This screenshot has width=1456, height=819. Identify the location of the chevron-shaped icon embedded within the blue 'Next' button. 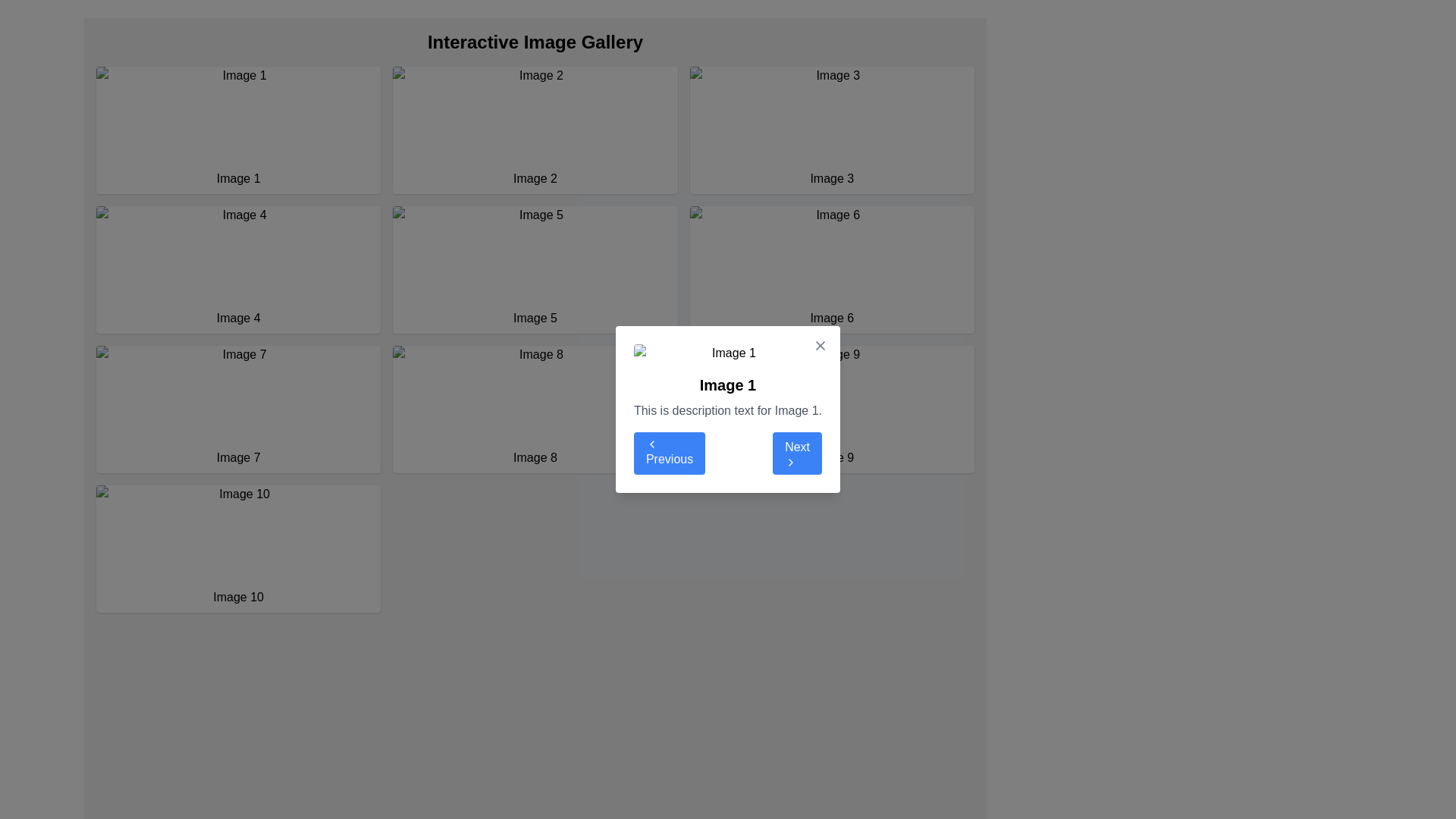
(790, 461).